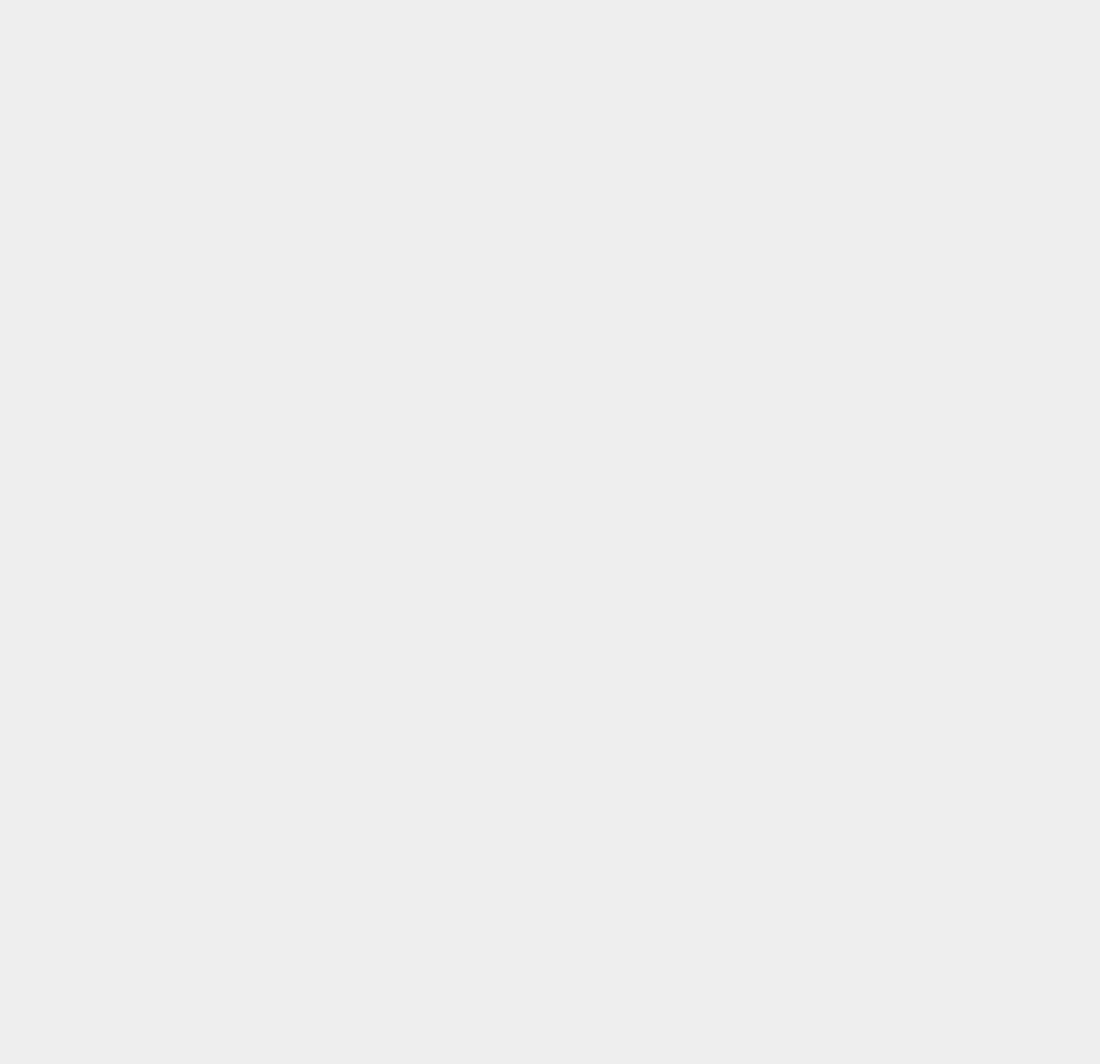 The image size is (1100, 1064). Describe the element at coordinates (829, 267) in the screenshot. I see `'Google Penguins'` at that location.